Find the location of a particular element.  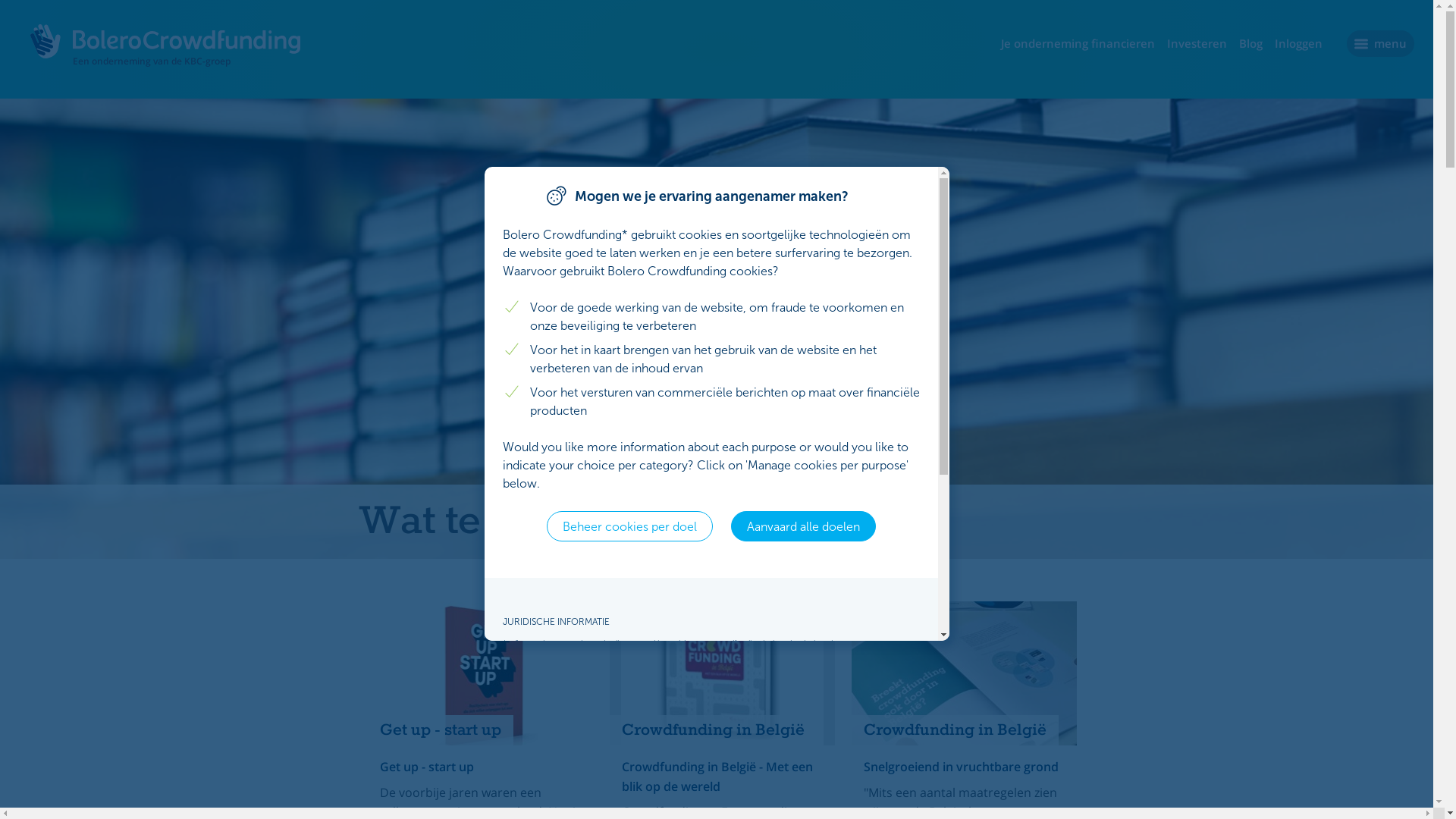

'Investeren' is located at coordinates (1196, 42).